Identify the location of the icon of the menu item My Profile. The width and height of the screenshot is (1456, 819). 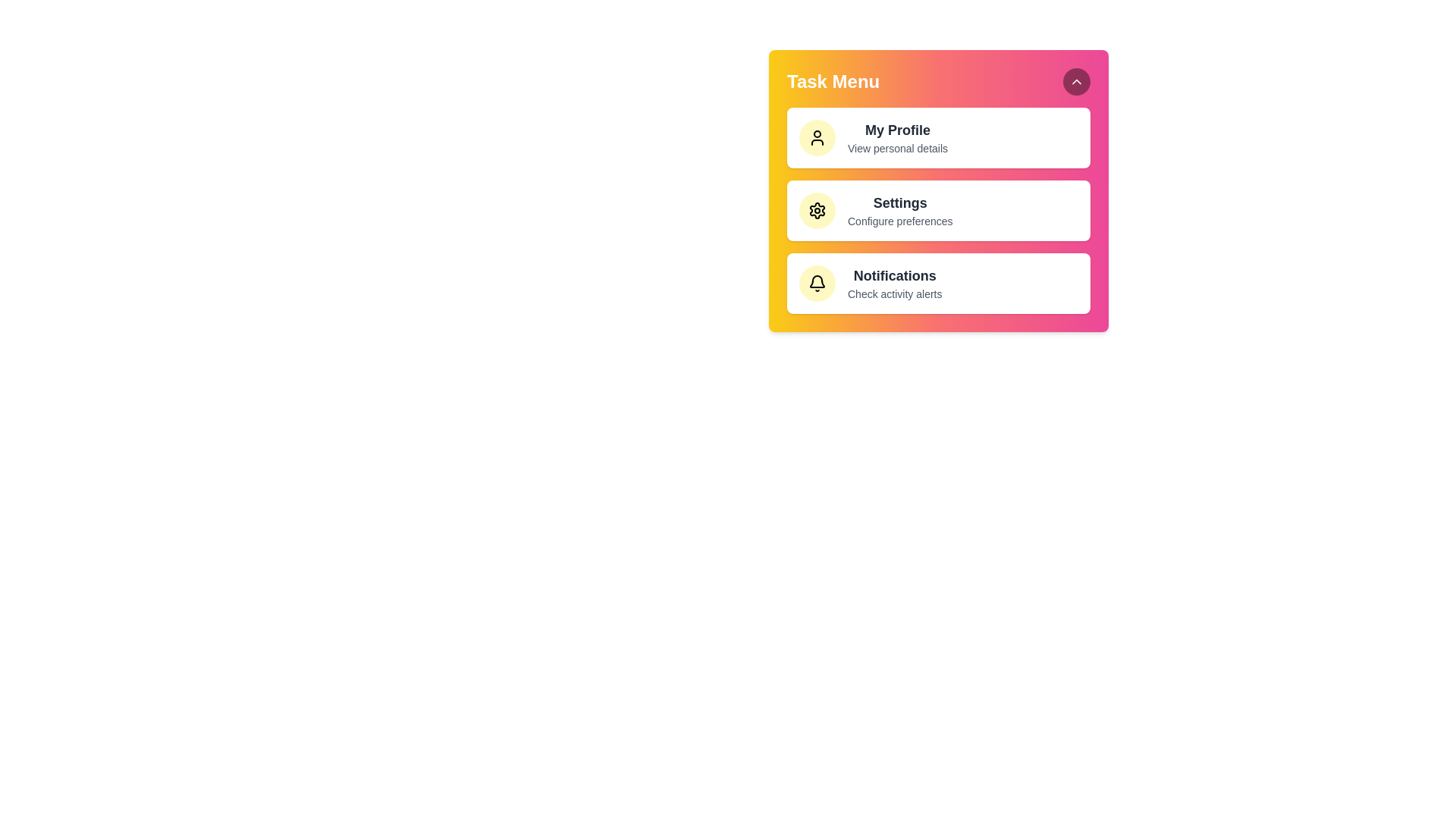
(817, 137).